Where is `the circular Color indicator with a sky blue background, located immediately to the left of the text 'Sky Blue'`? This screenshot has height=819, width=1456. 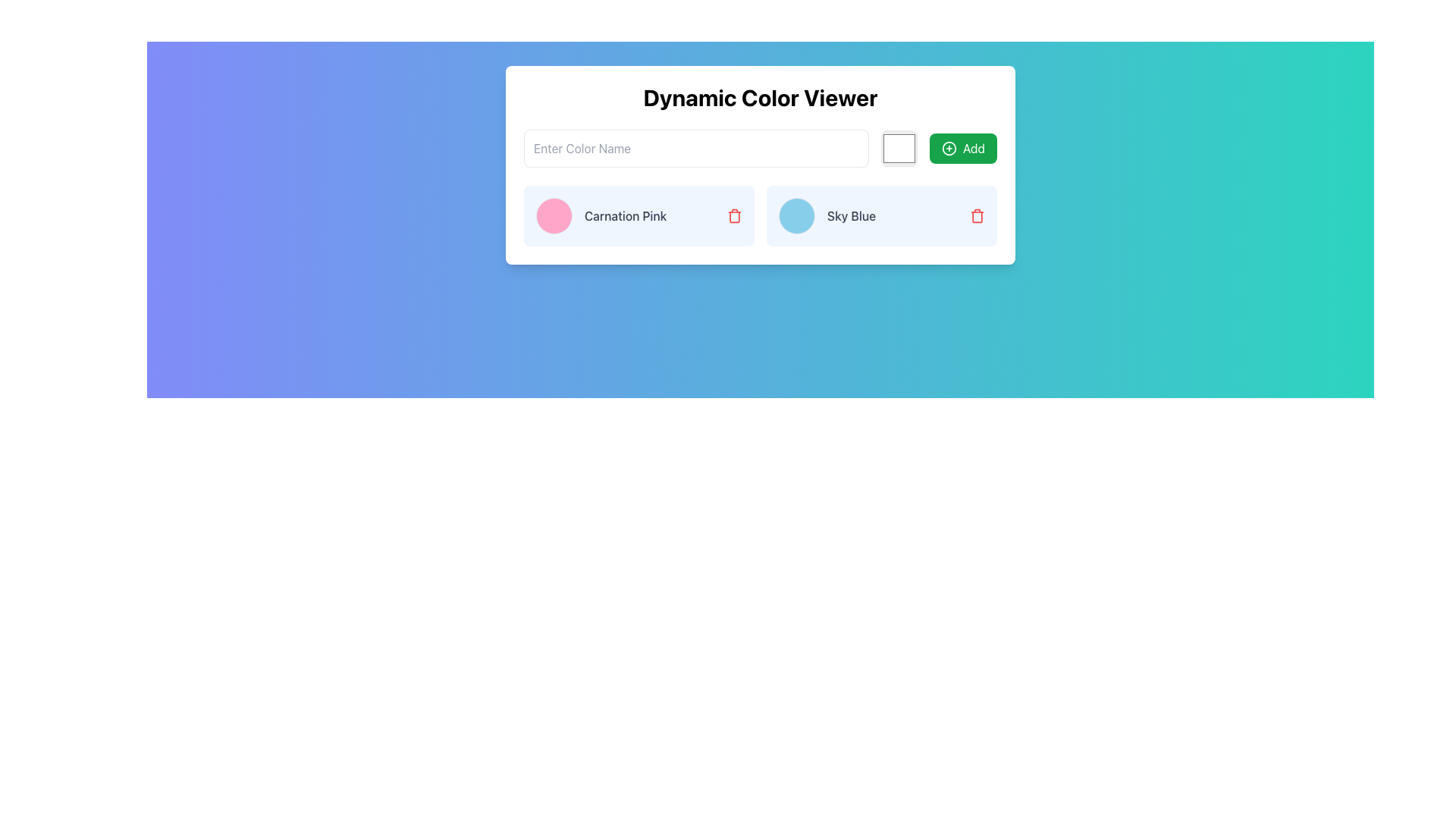
the circular Color indicator with a sky blue background, located immediately to the left of the text 'Sky Blue' is located at coordinates (796, 216).